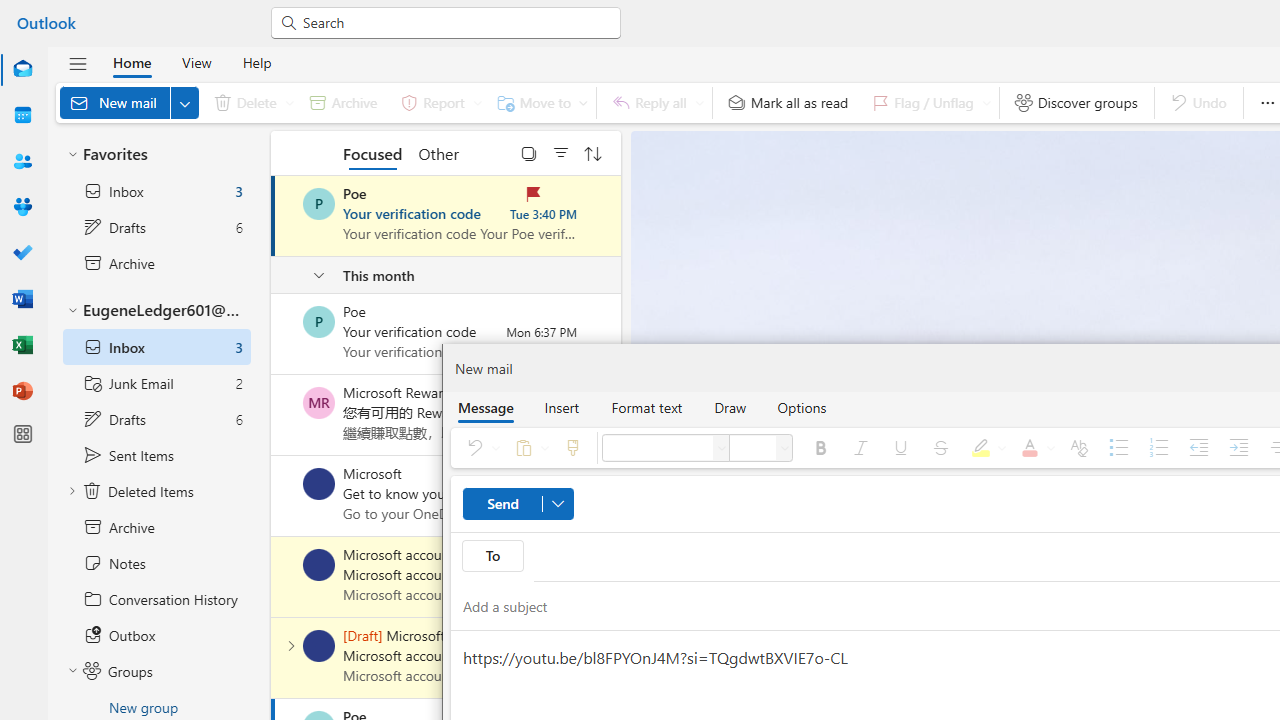 Image resolution: width=1280 pixels, height=720 pixels. What do you see at coordinates (78, 62) in the screenshot?
I see `'Hide navigation pane'` at bounding box center [78, 62].